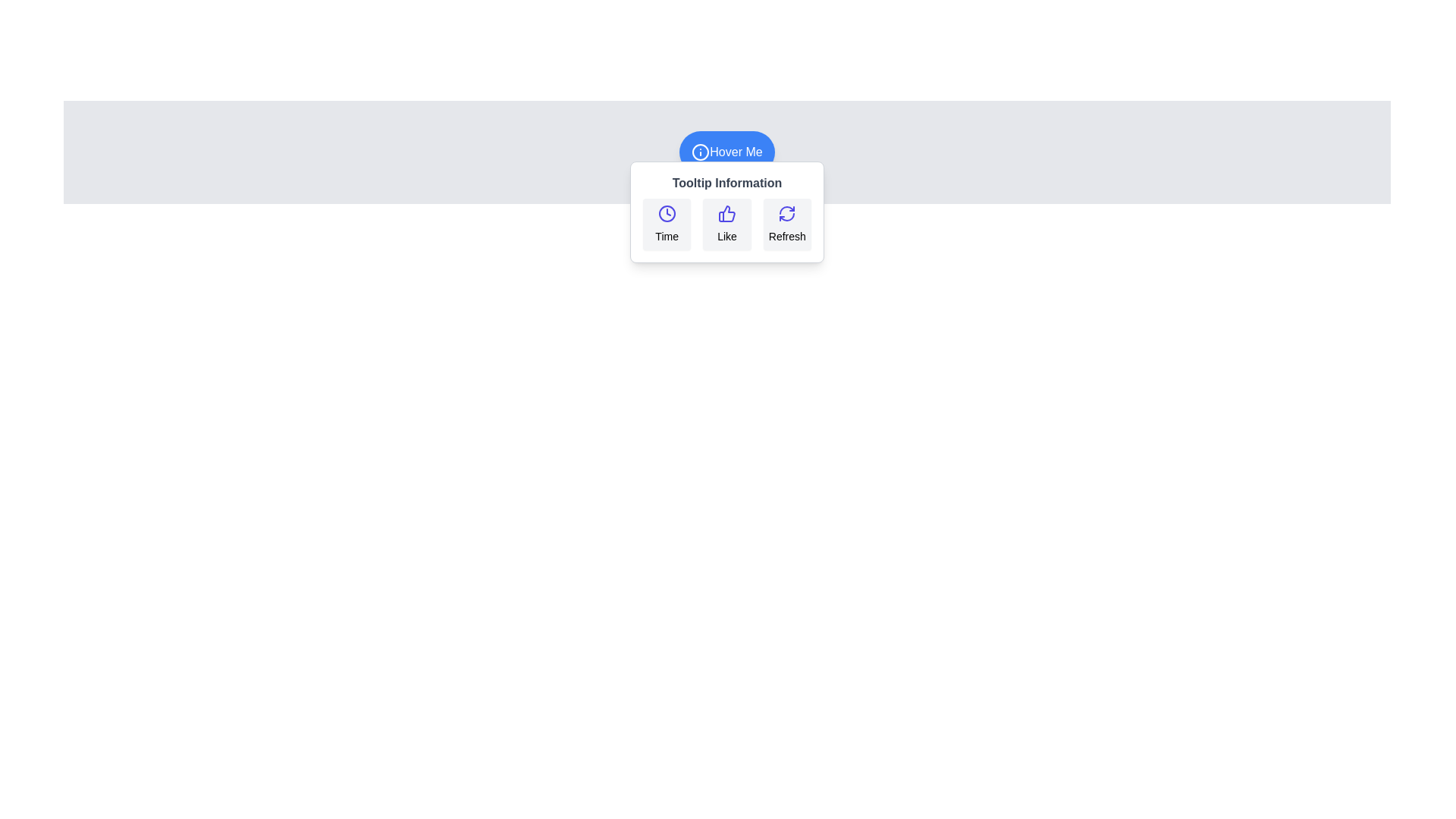 The height and width of the screenshot is (819, 1456). What do you see at coordinates (726, 183) in the screenshot?
I see `text content of the Text Label located at the top of the tooltip, centered beneath the 'Hover Me' button, which summarizes the information presented in the tooltip` at bounding box center [726, 183].